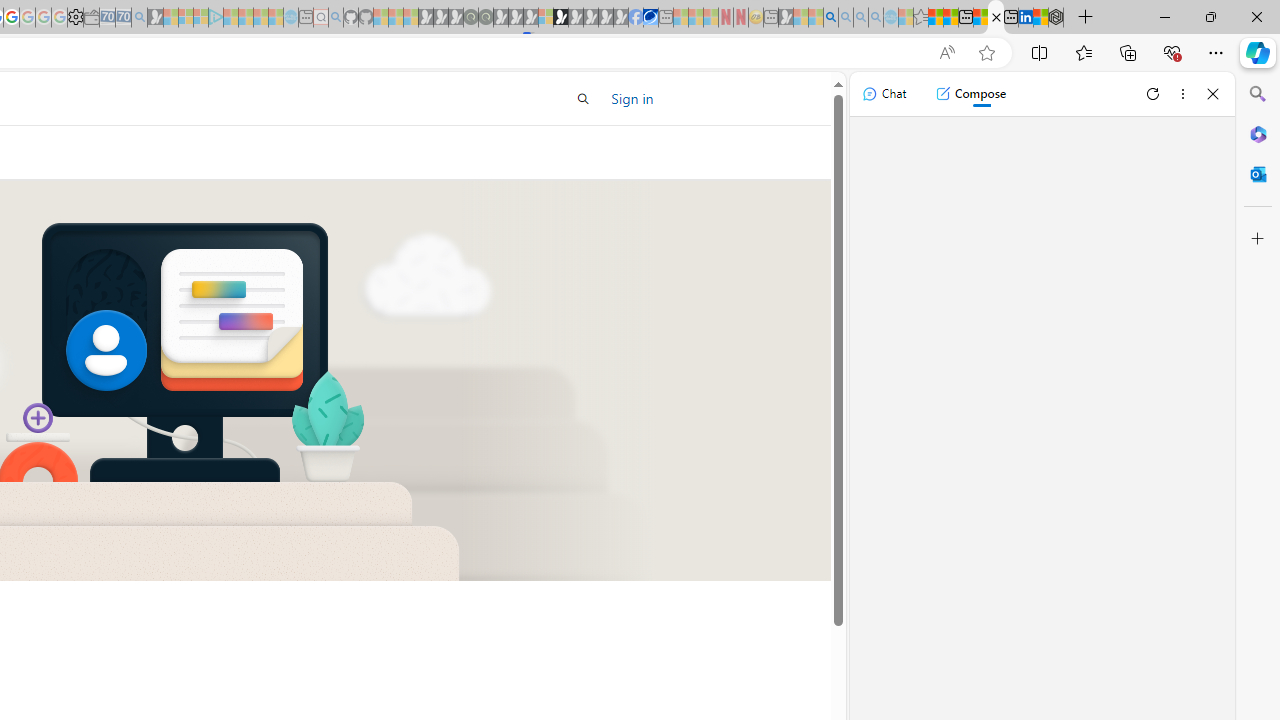  I want to click on 'Sign in to your account - Sleeping', so click(545, 17).